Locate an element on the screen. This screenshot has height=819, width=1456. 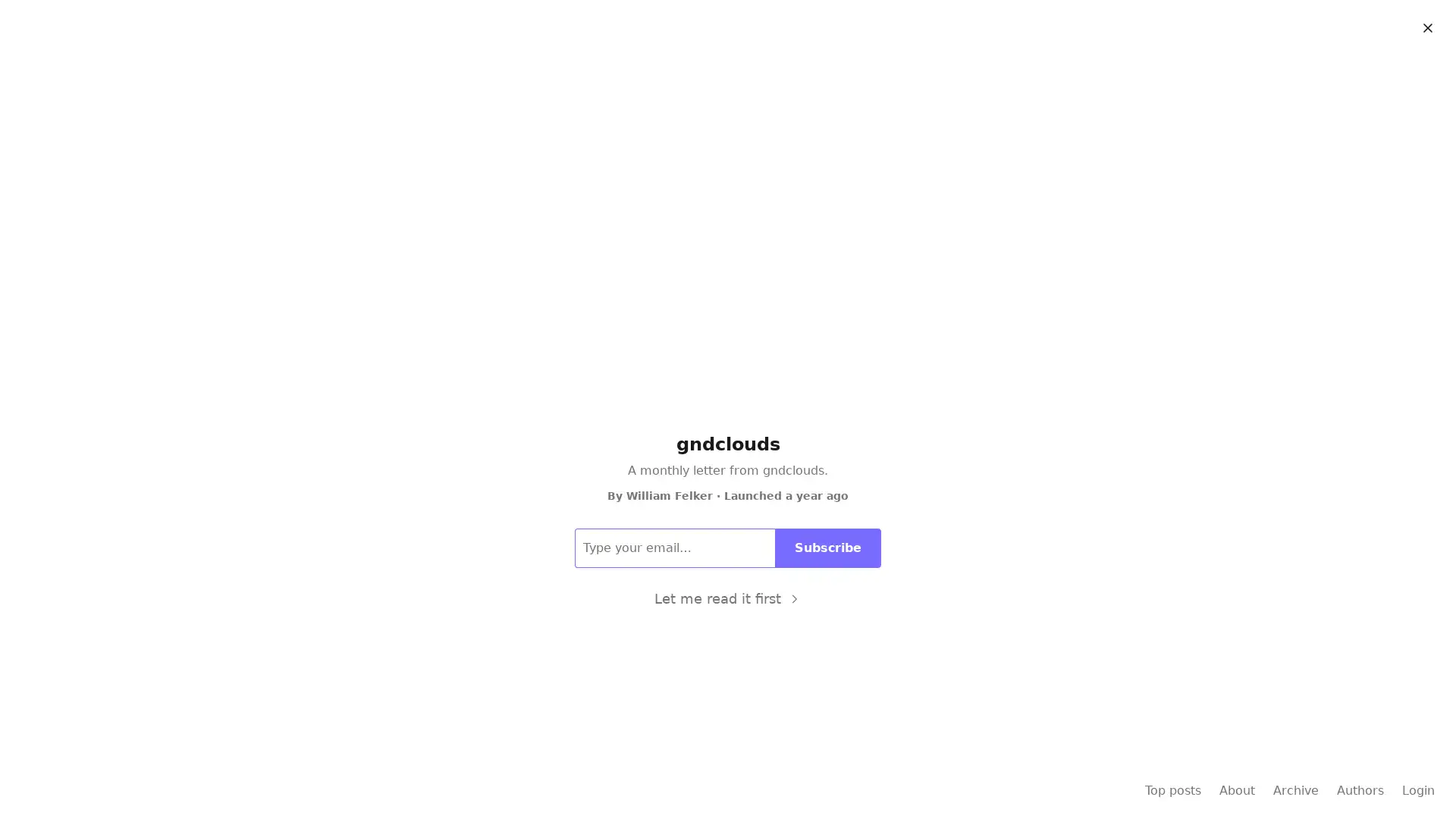
Let me read it first is located at coordinates (726, 598).